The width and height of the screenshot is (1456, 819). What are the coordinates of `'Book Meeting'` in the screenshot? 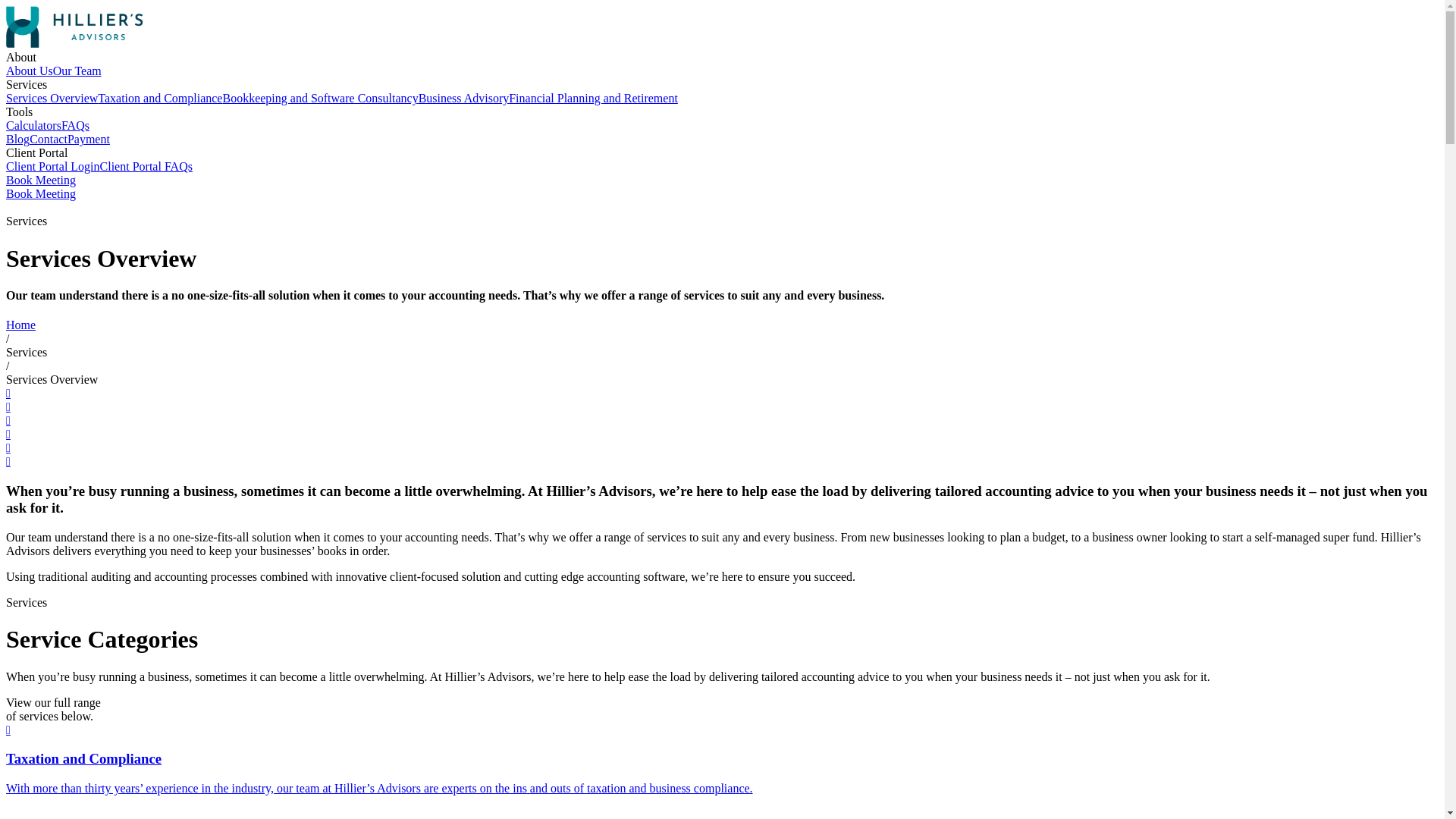 It's located at (40, 193).